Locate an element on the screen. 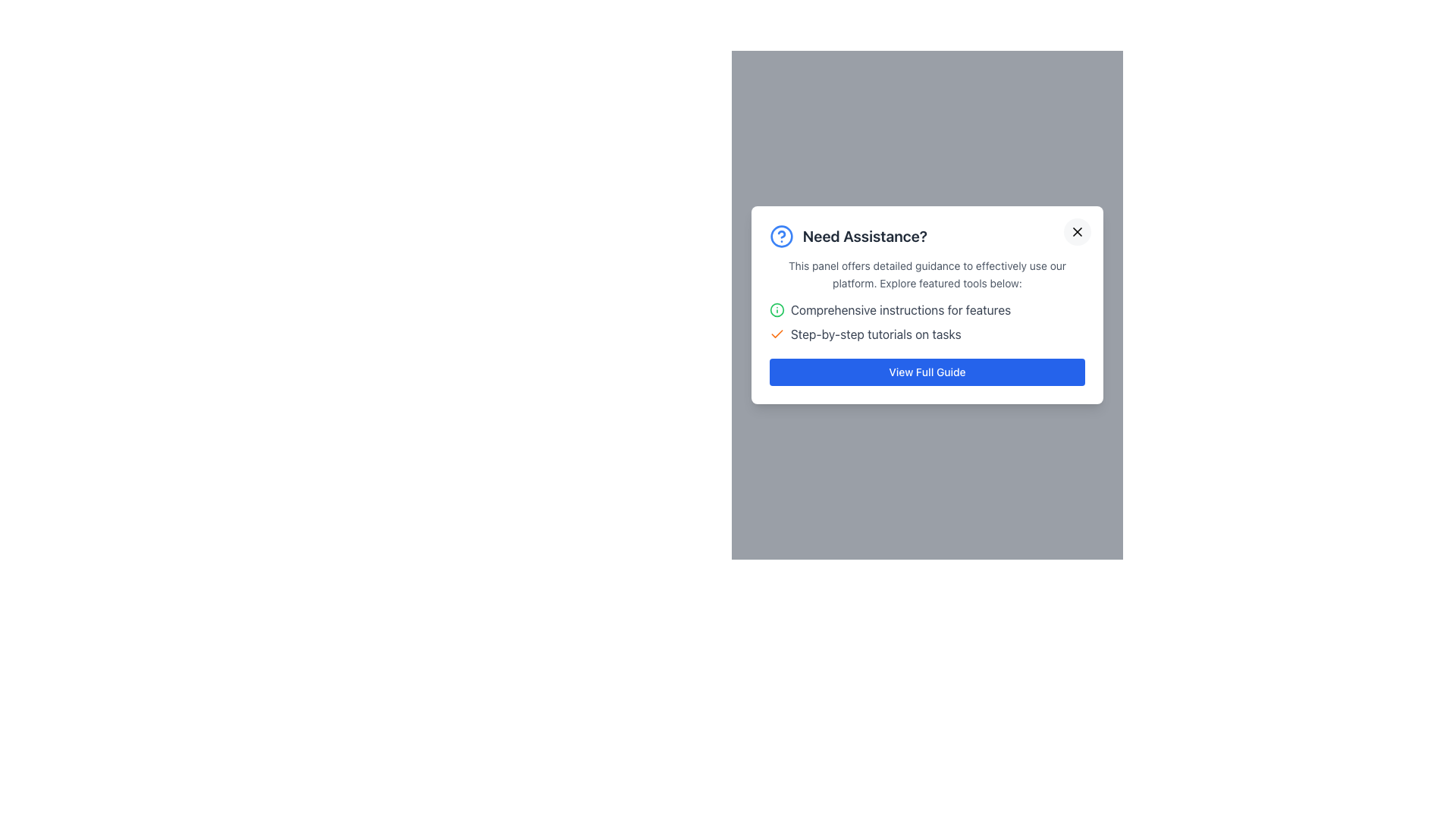  the bottom-right part of the 'X' icon in the top-right corner of the 'Need Assistance?' modal is located at coordinates (1077, 231).